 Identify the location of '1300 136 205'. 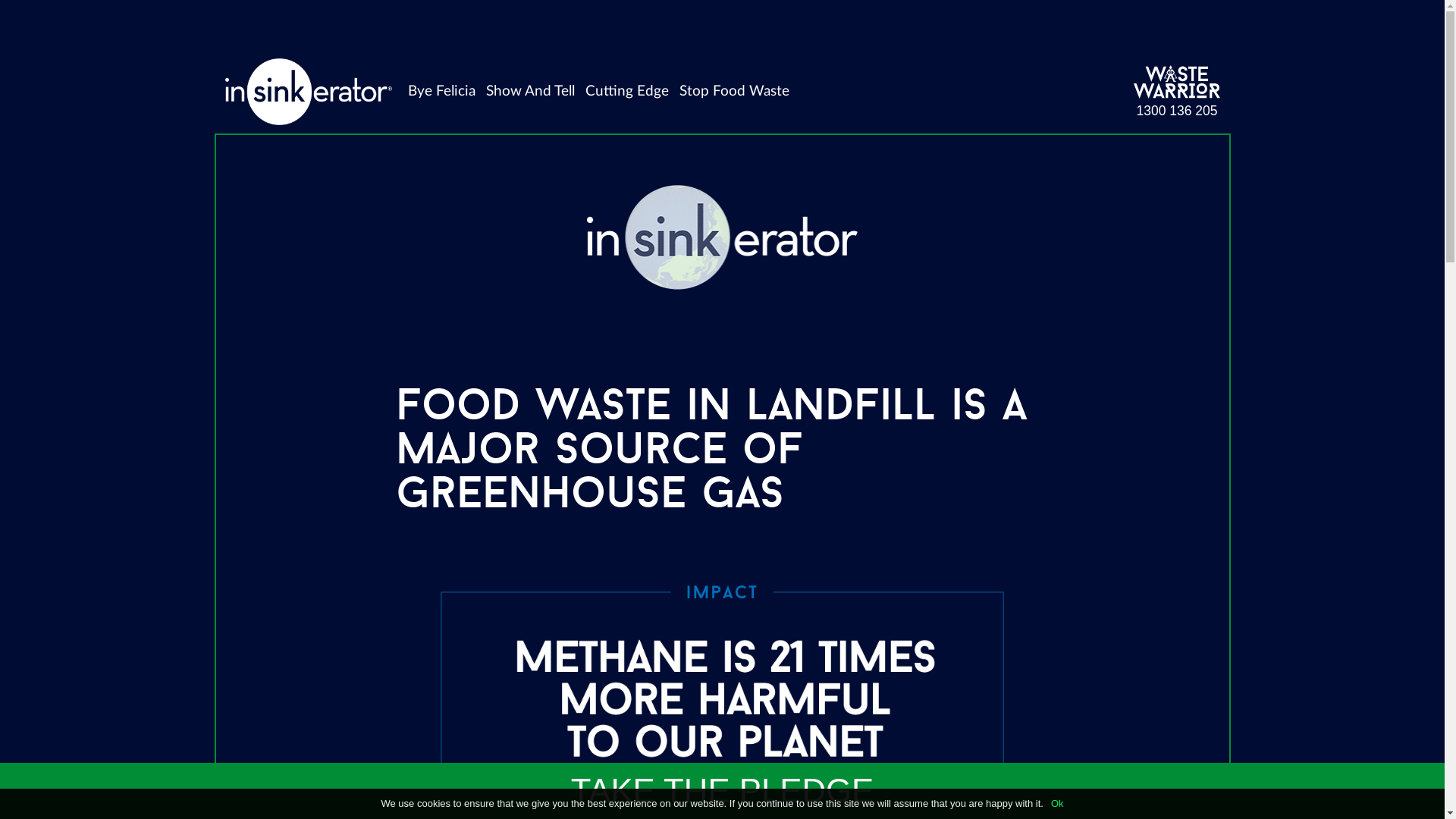
(1175, 110).